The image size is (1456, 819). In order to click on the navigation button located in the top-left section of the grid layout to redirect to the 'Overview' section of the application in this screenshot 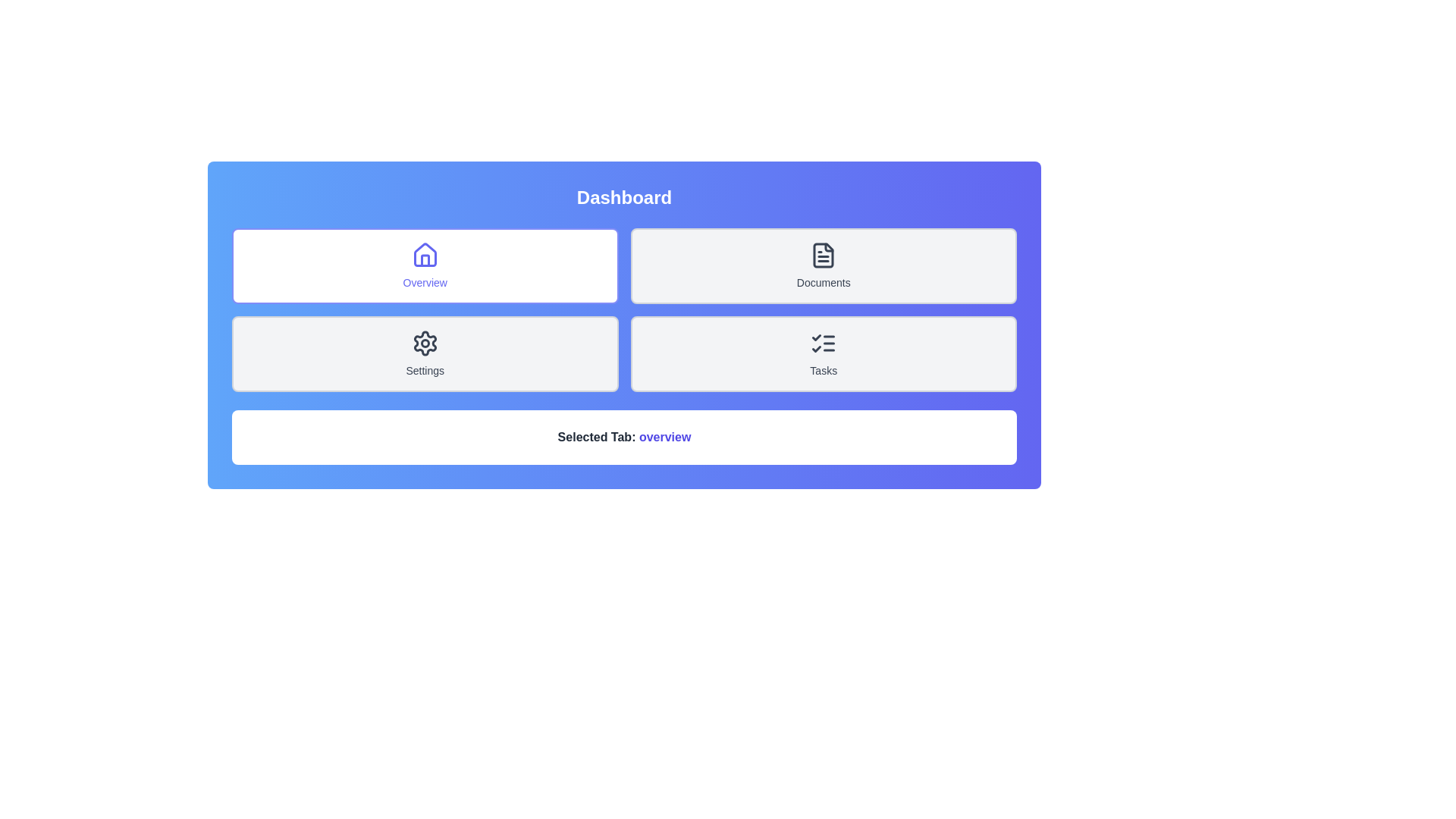, I will do `click(425, 265)`.